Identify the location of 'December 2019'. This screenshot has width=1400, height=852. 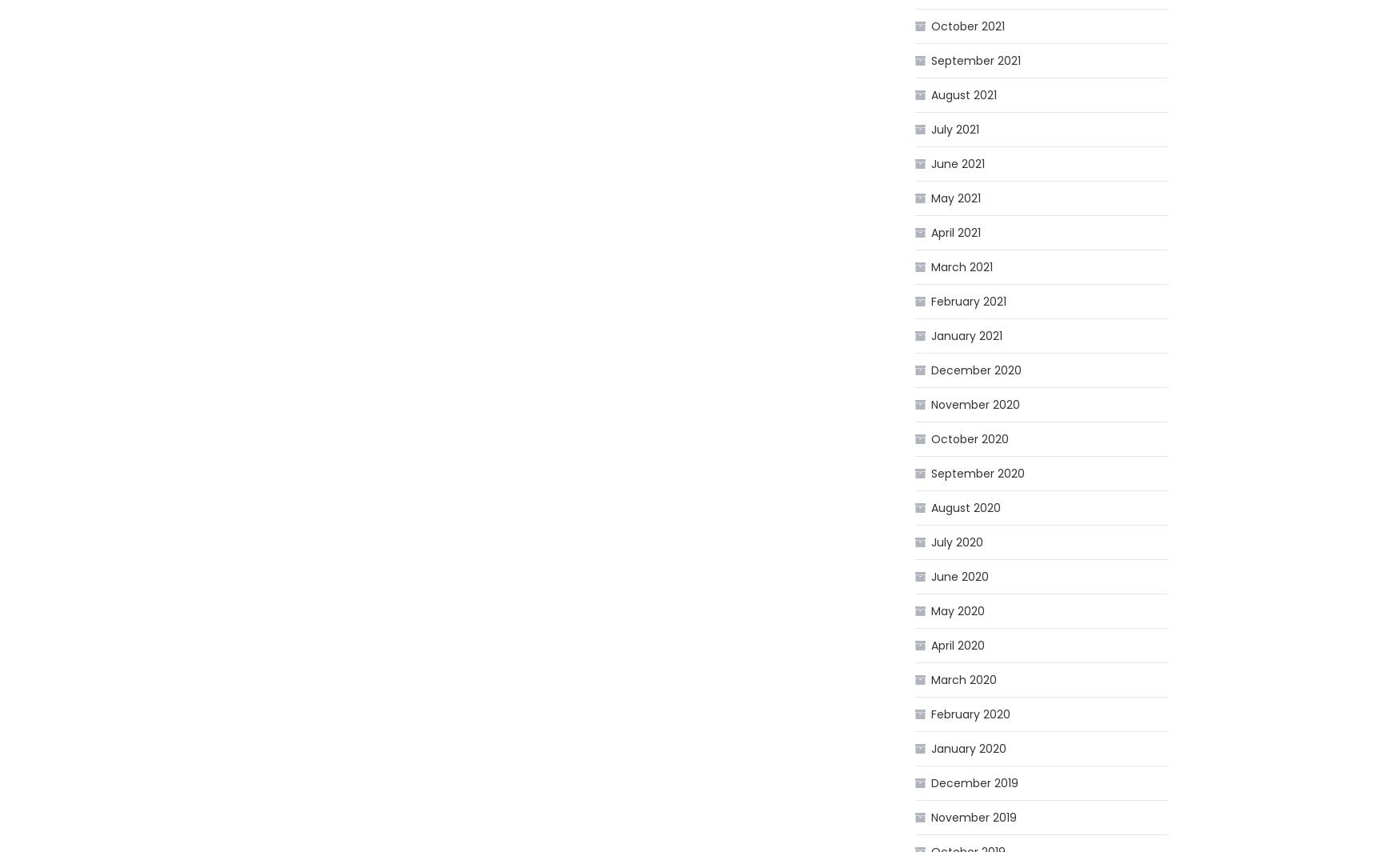
(974, 782).